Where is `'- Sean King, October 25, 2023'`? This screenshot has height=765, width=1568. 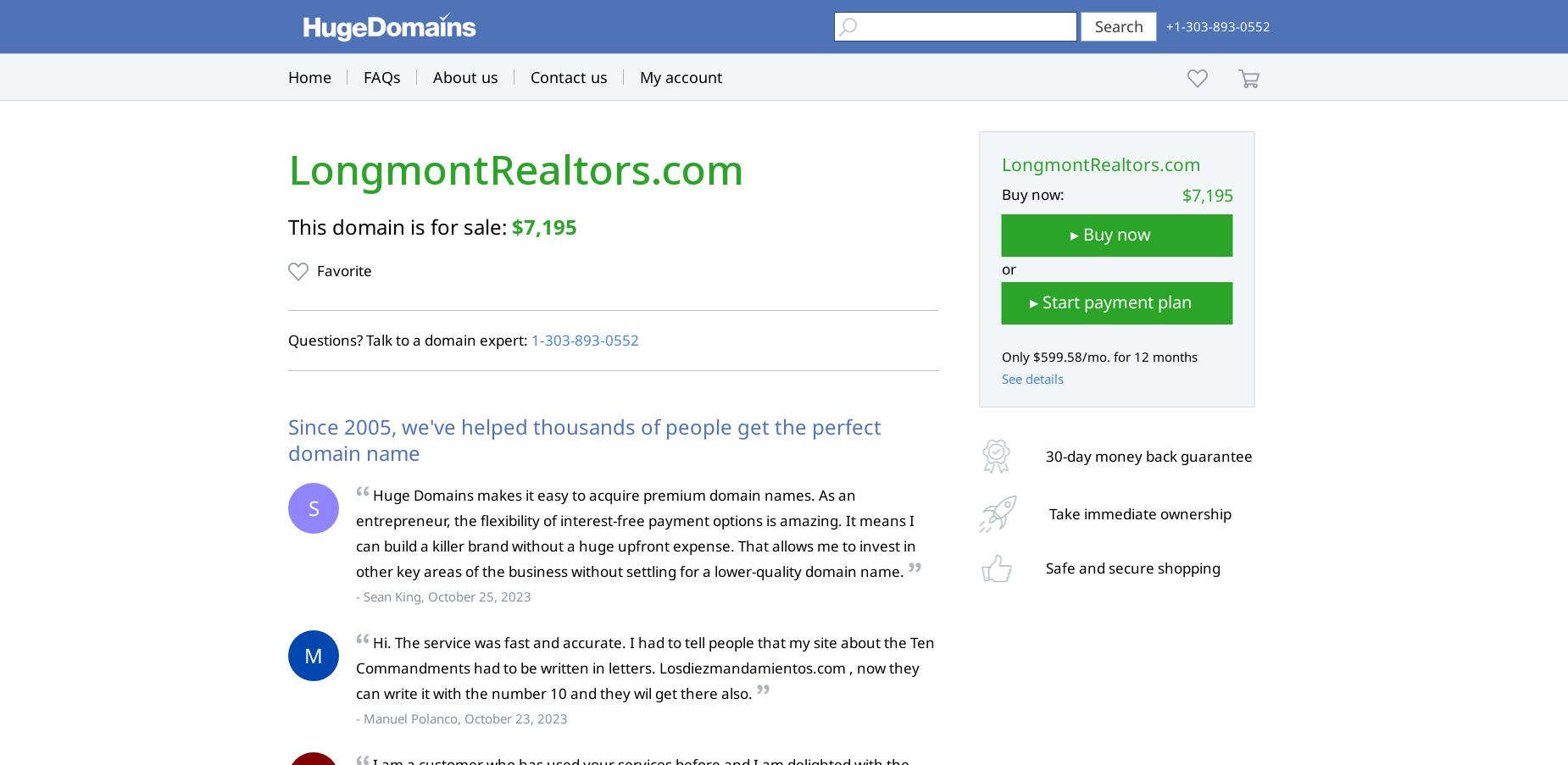
'- Sean King, October 25, 2023' is located at coordinates (443, 595).